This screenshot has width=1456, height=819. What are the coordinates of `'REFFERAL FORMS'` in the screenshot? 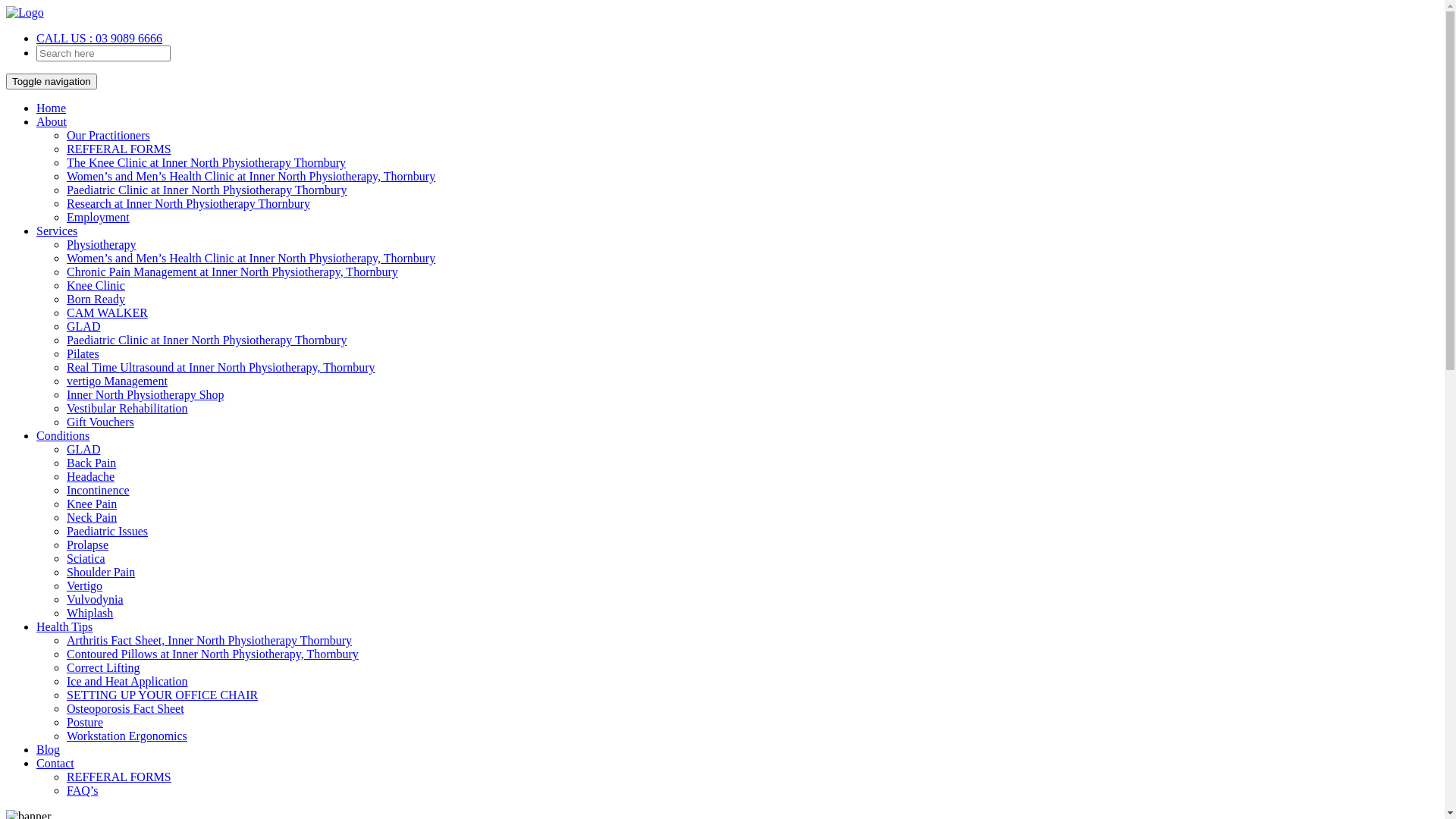 It's located at (118, 149).